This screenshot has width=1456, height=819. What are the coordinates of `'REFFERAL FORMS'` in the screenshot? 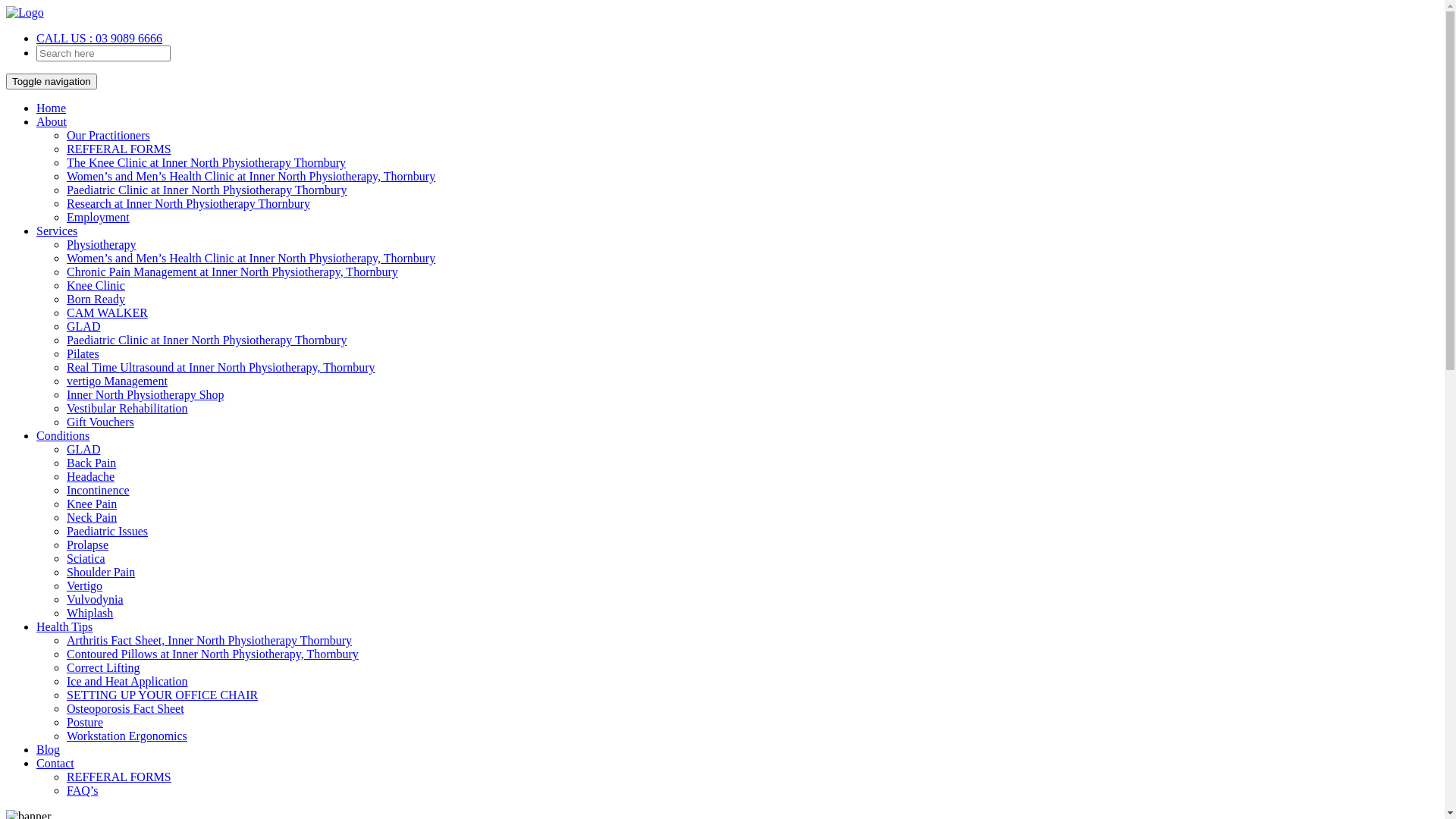 It's located at (118, 149).